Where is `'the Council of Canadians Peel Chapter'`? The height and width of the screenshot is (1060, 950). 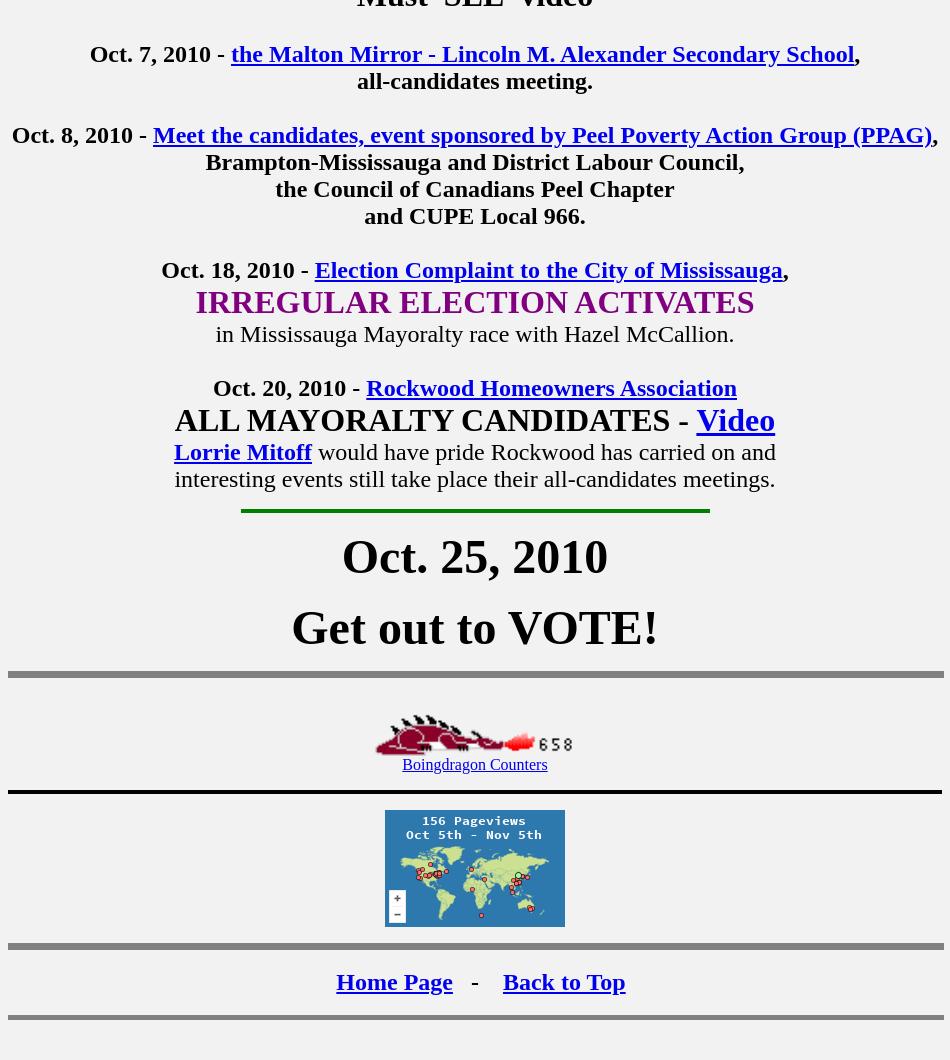
'the Council of Canadians Peel Chapter' is located at coordinates (473, 187).